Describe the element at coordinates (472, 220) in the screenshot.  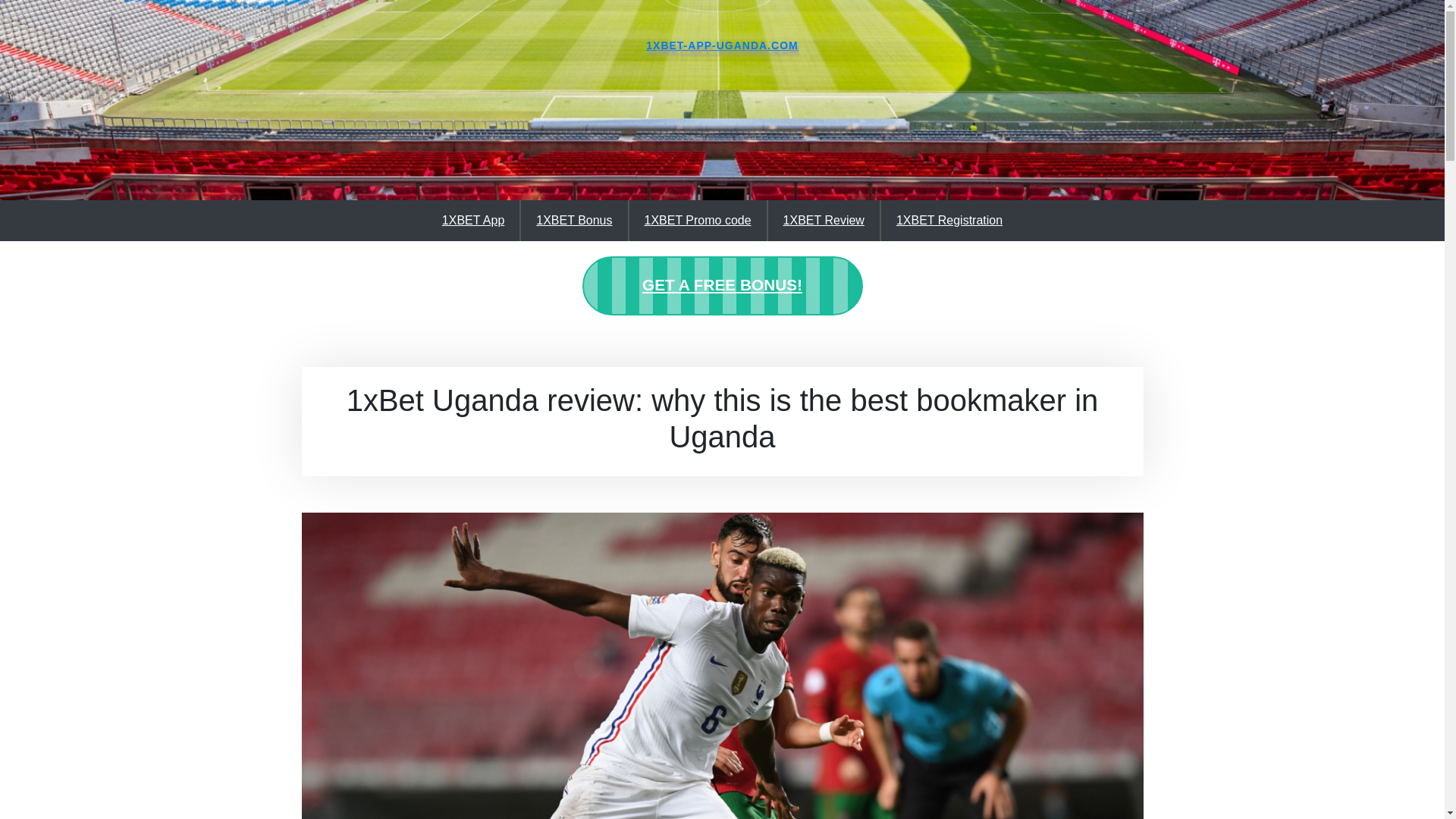
I see `'1XBET App'` at that location.